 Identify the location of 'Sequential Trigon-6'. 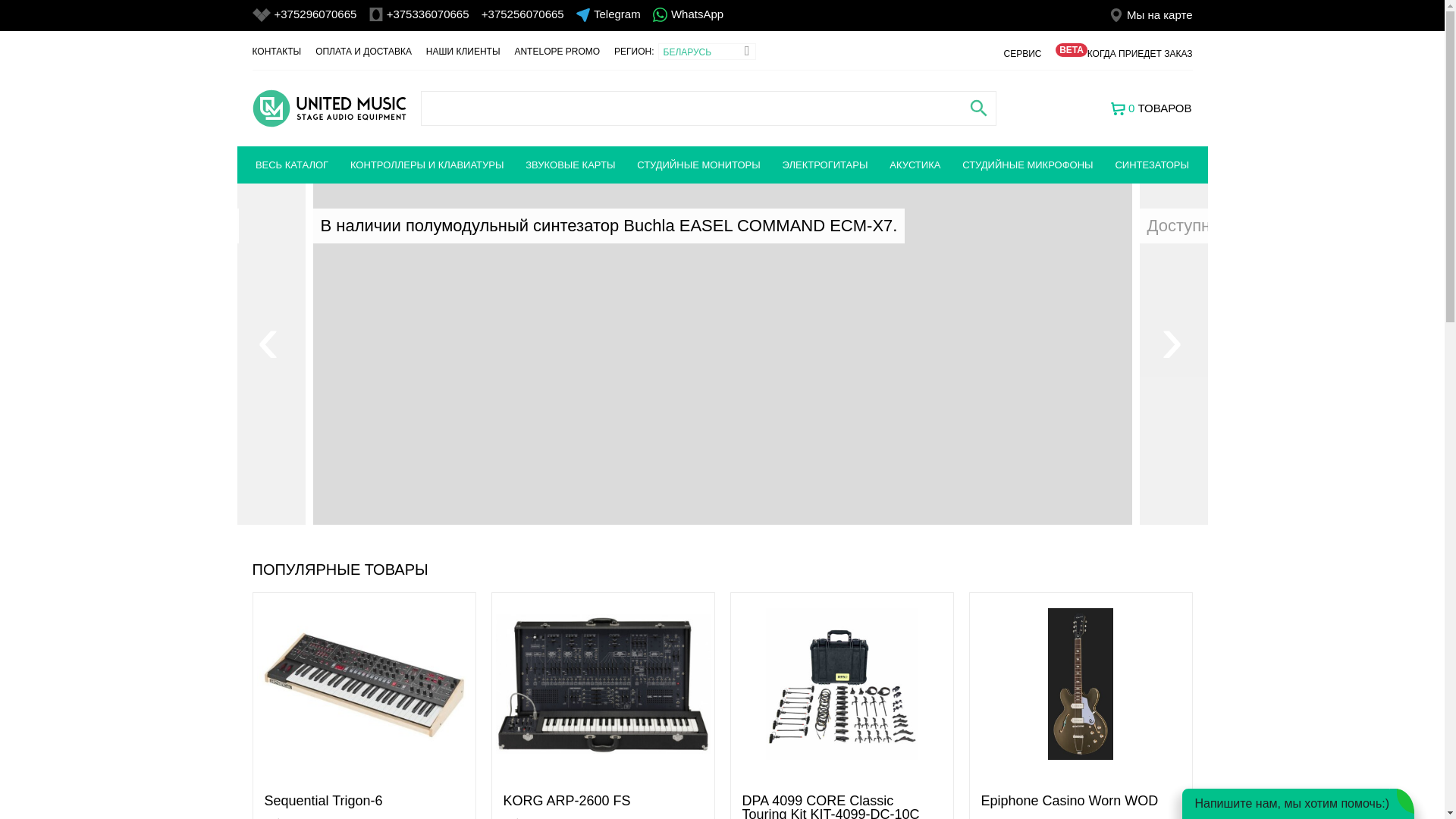
(322, 800).